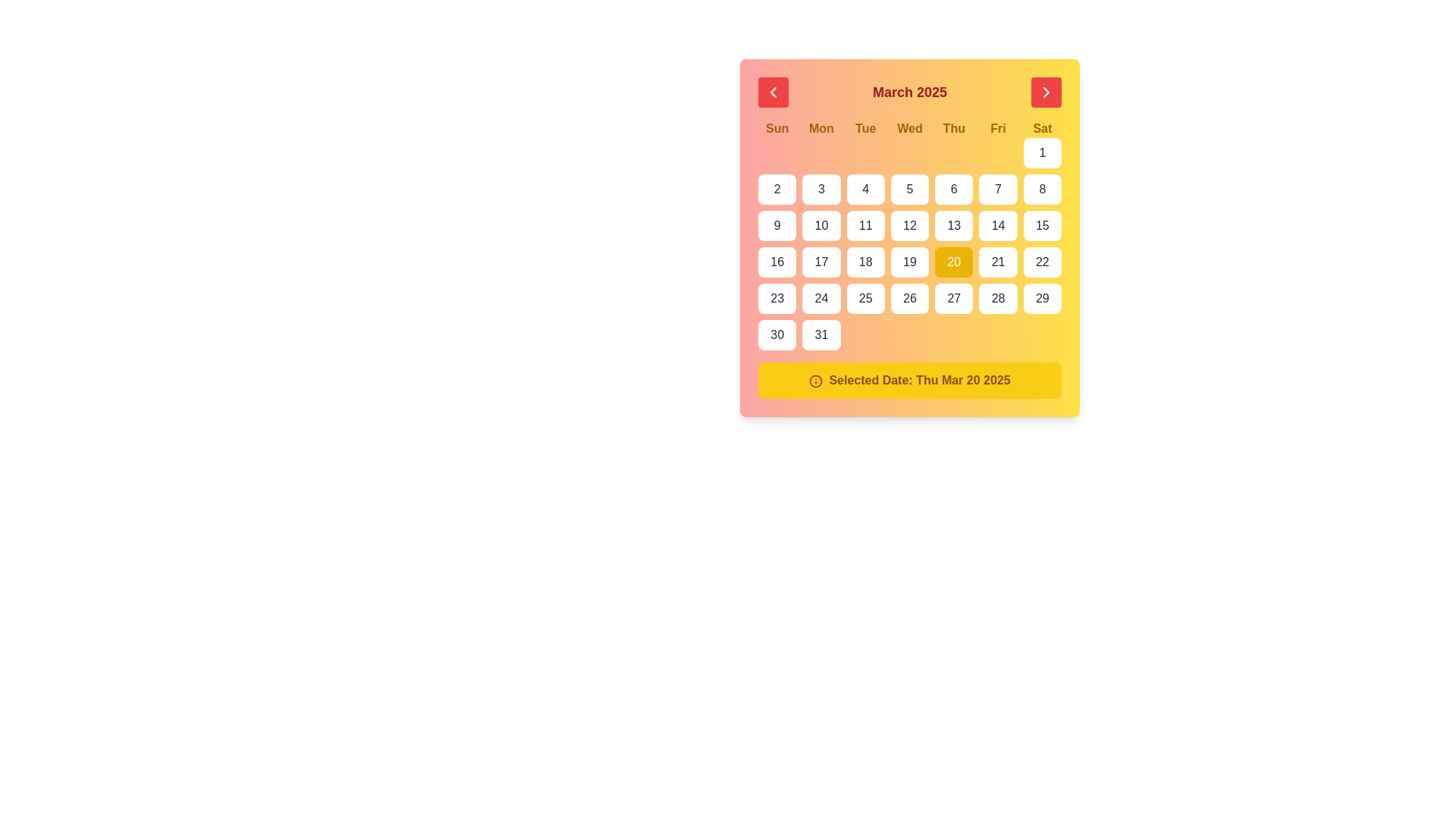  What do you see at coordinates (953, 225) in the screenshot?
I see `the selectable button representing the 13th day in the calendar to trigger the hover effect` at bounding box center [953, 225].